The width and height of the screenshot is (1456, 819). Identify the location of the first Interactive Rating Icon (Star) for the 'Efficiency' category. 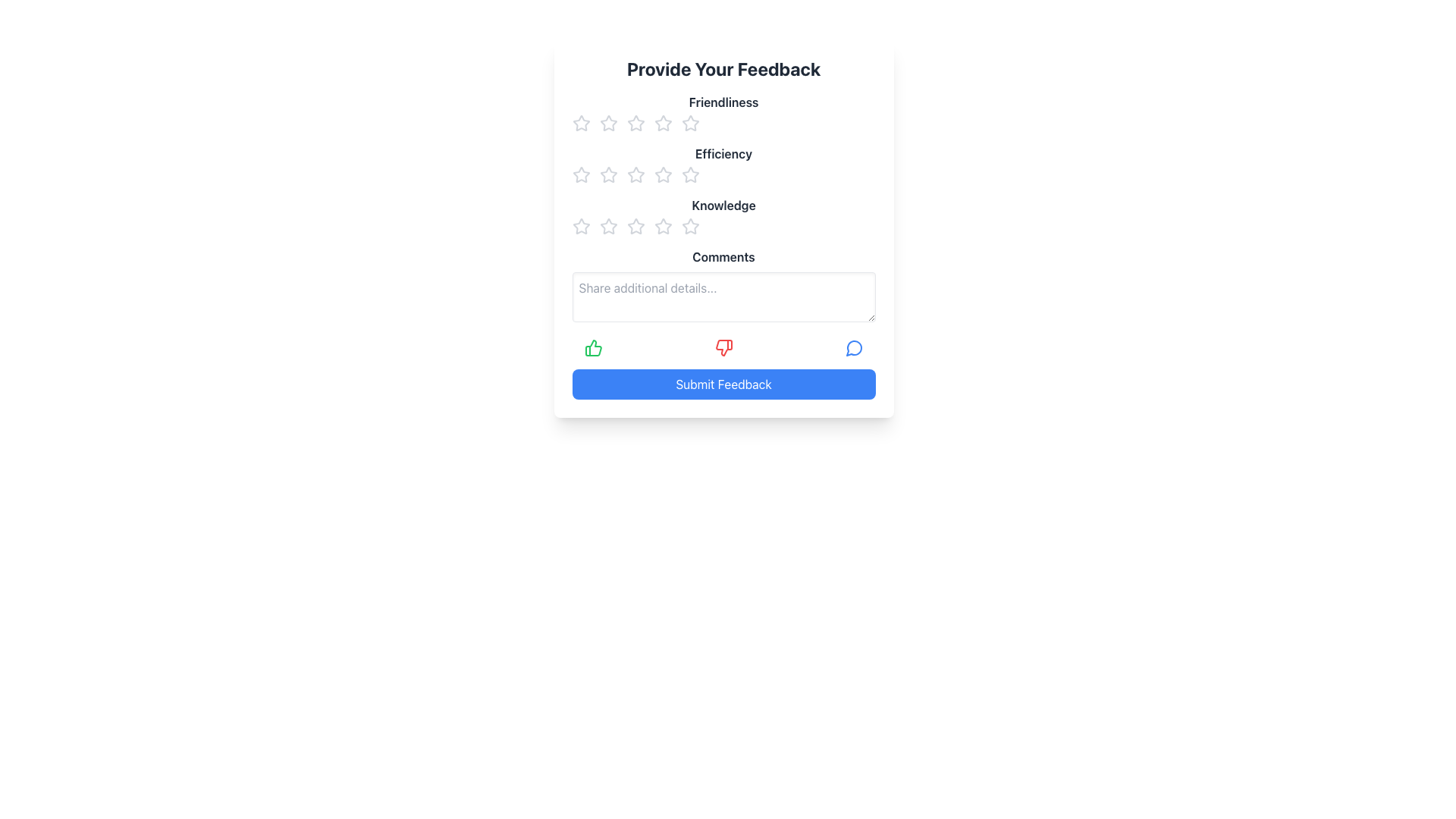
(580, 174).